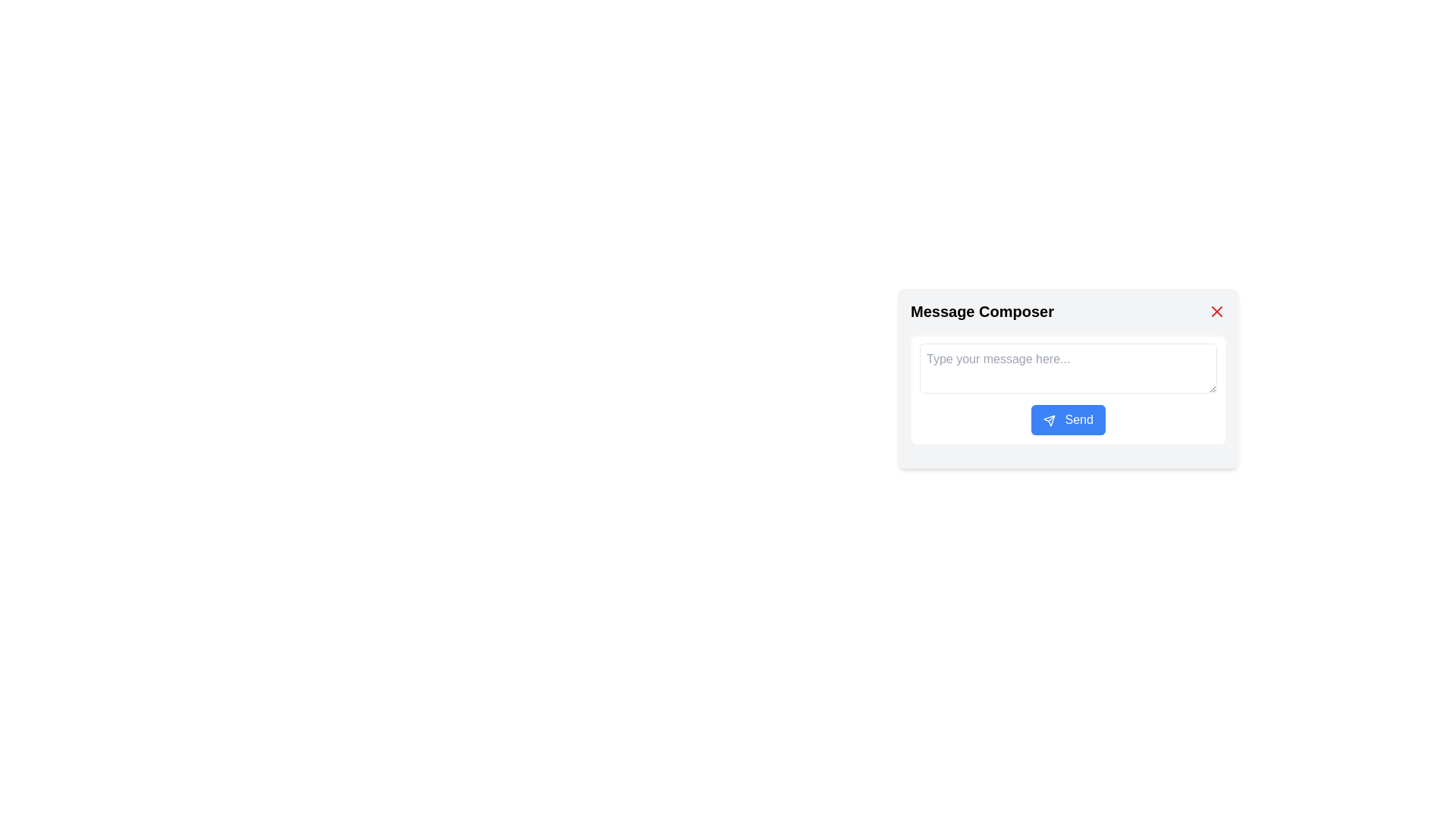  What do you see at coordinates (1049, 420) in the screenshot?
I see `the abstract paper airplane icon located to the left of the 'Send' button text in the message composer interface` at bounding box center [1049, 420].